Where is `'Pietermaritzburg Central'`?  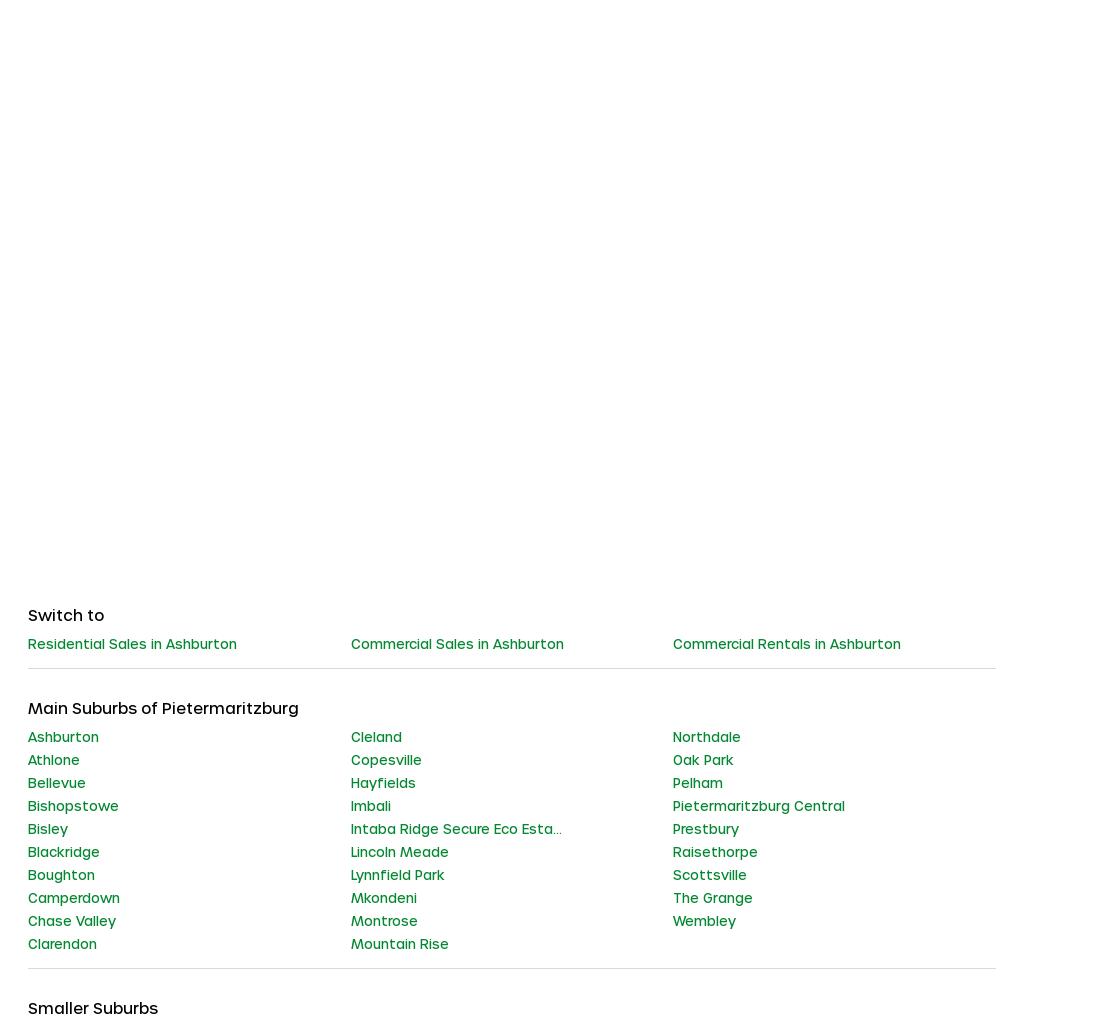 'Pietermaritzburg Central' is located at coordinates (758, 803).